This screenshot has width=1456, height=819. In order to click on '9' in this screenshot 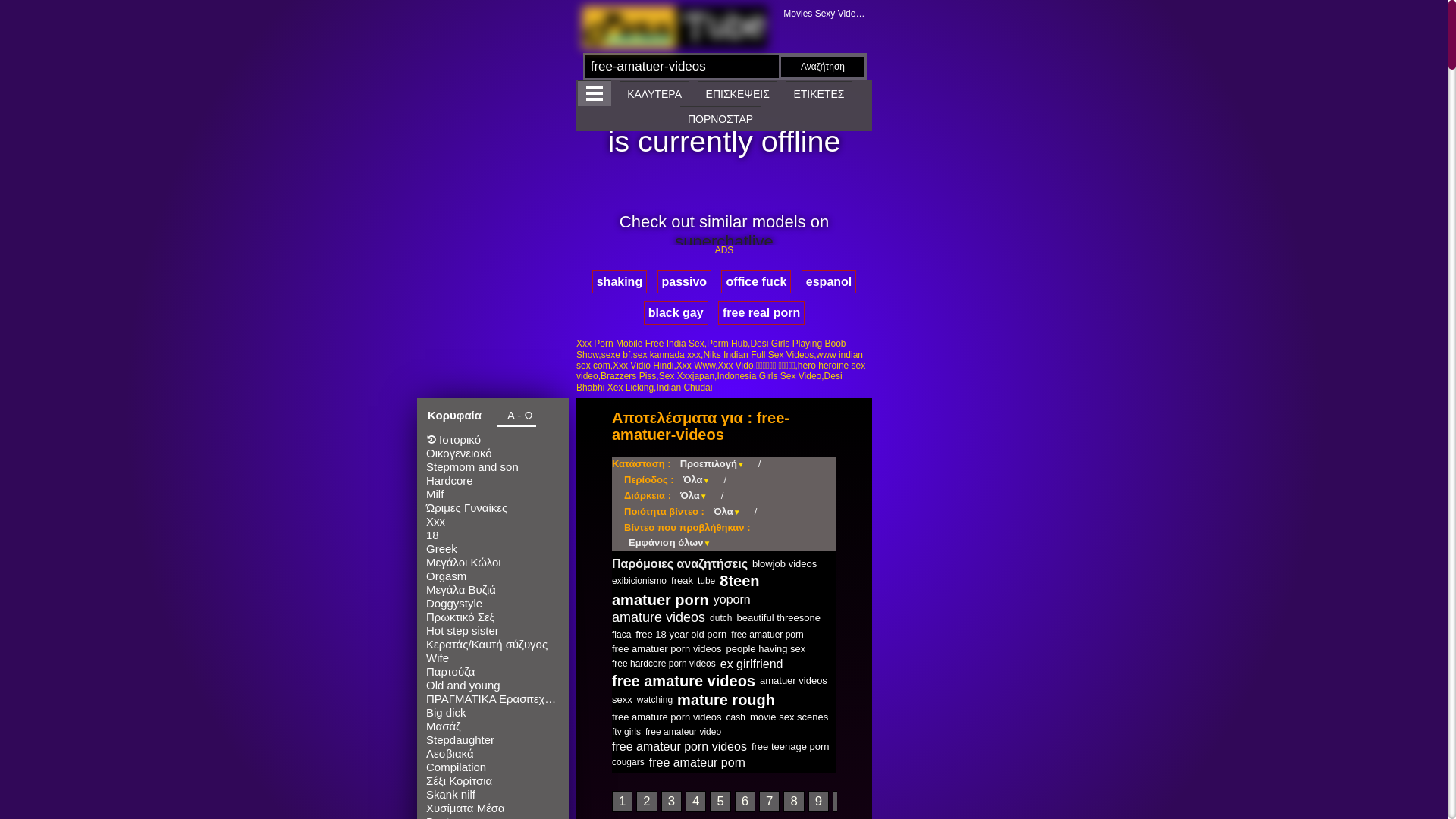, I will do `click(817, 800)`.